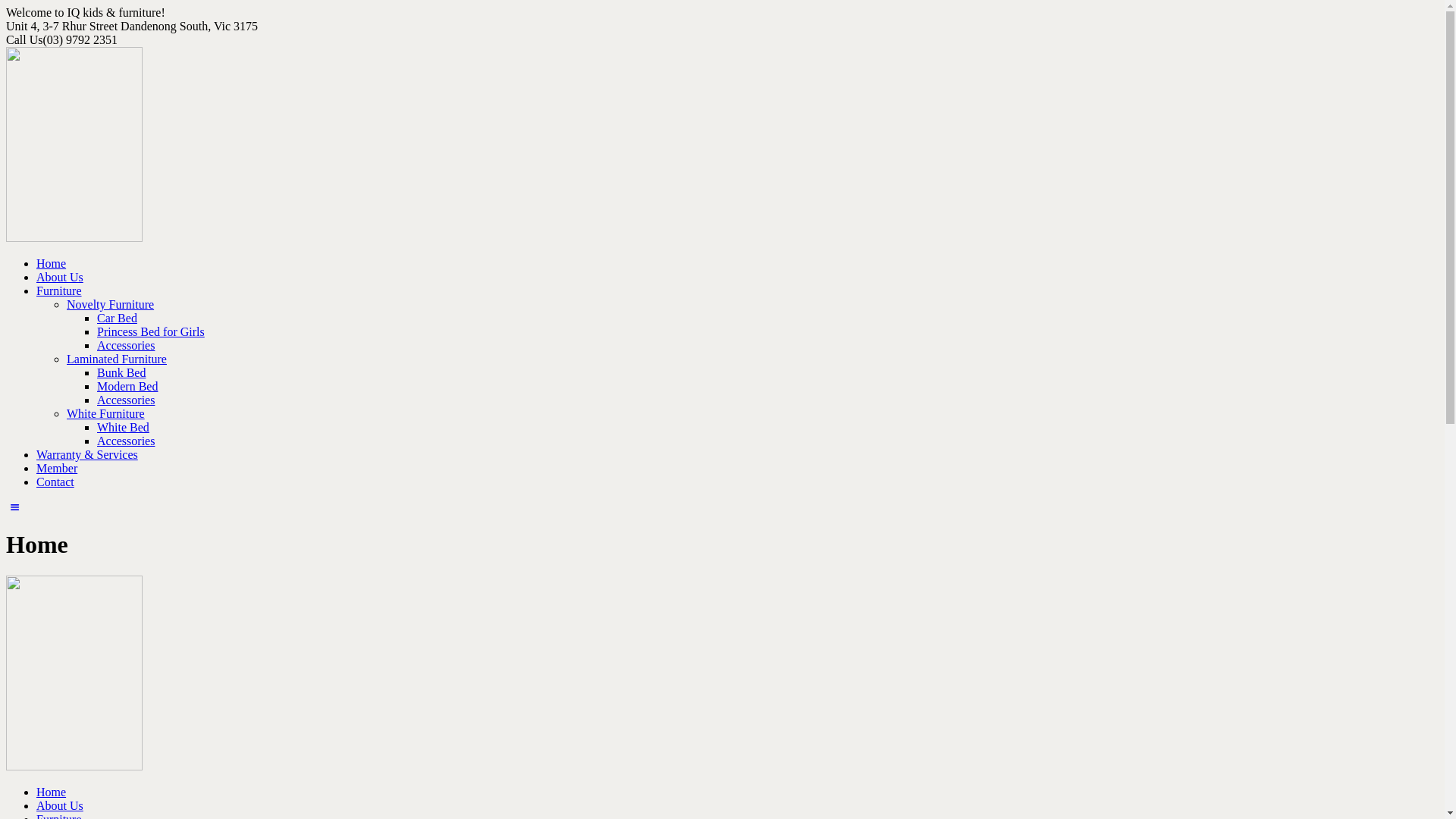  What do you see at coordinates (96, 331) in the screenshot?
I see `'Princess Bed for Girls'` at bounding box center [96, 331].